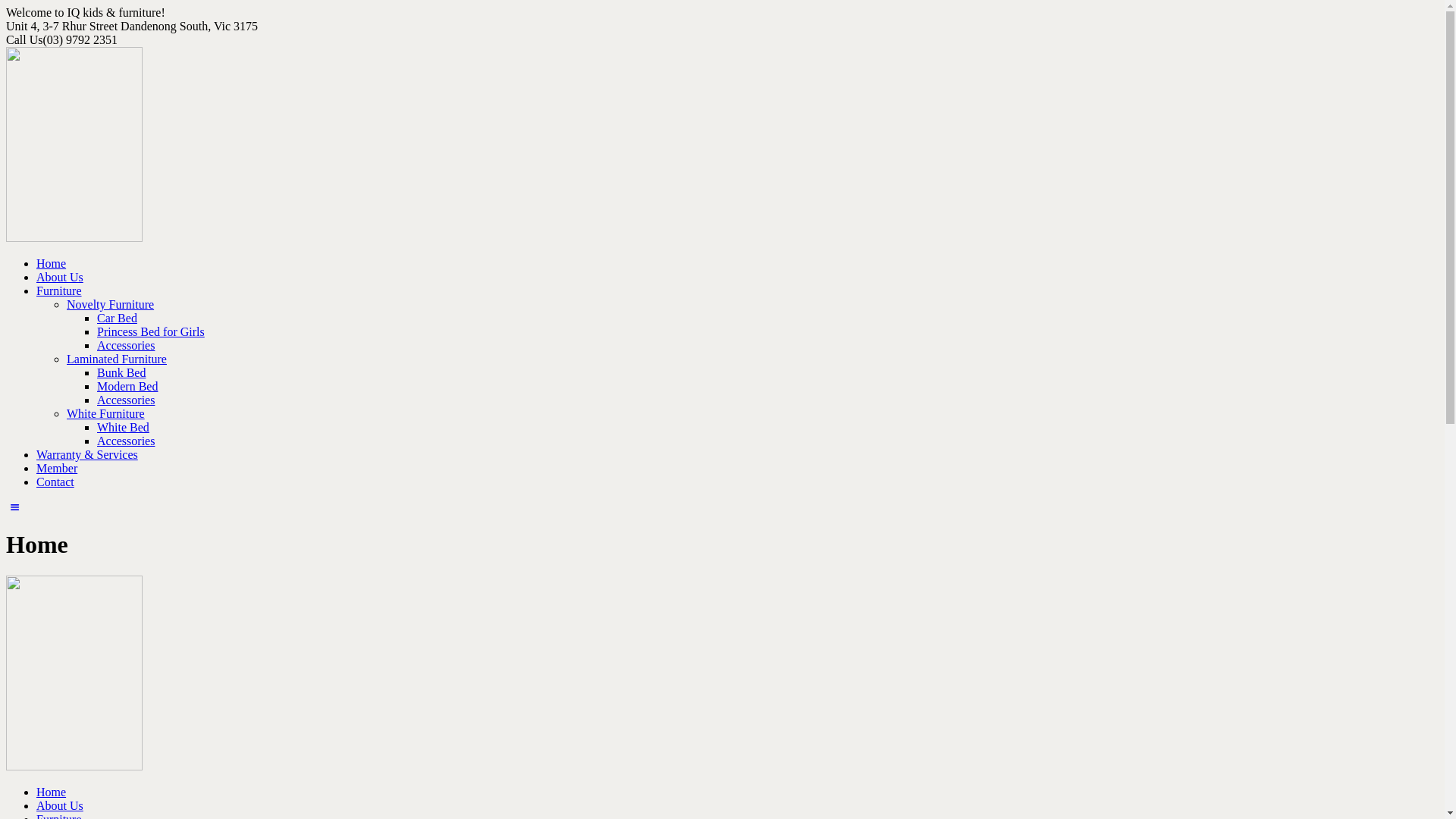  What do you see at coordinates (96, 331) in the screenshot?
I see `'Princess Bed for Girls'` at bounding box center [96, 331].